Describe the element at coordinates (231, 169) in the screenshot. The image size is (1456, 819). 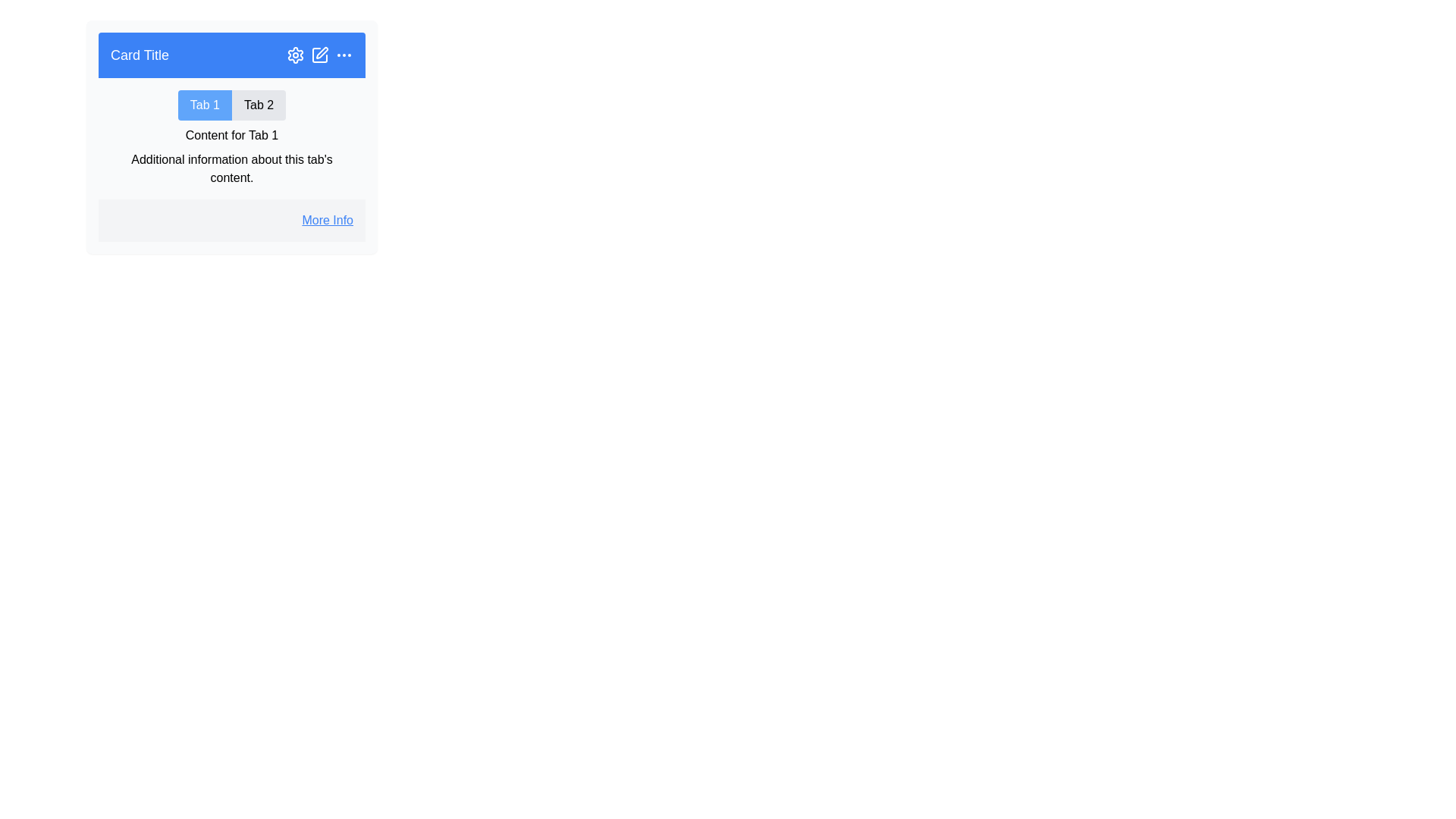
I see `the text label displaying 'Additional information about this tab's content'` at that location.